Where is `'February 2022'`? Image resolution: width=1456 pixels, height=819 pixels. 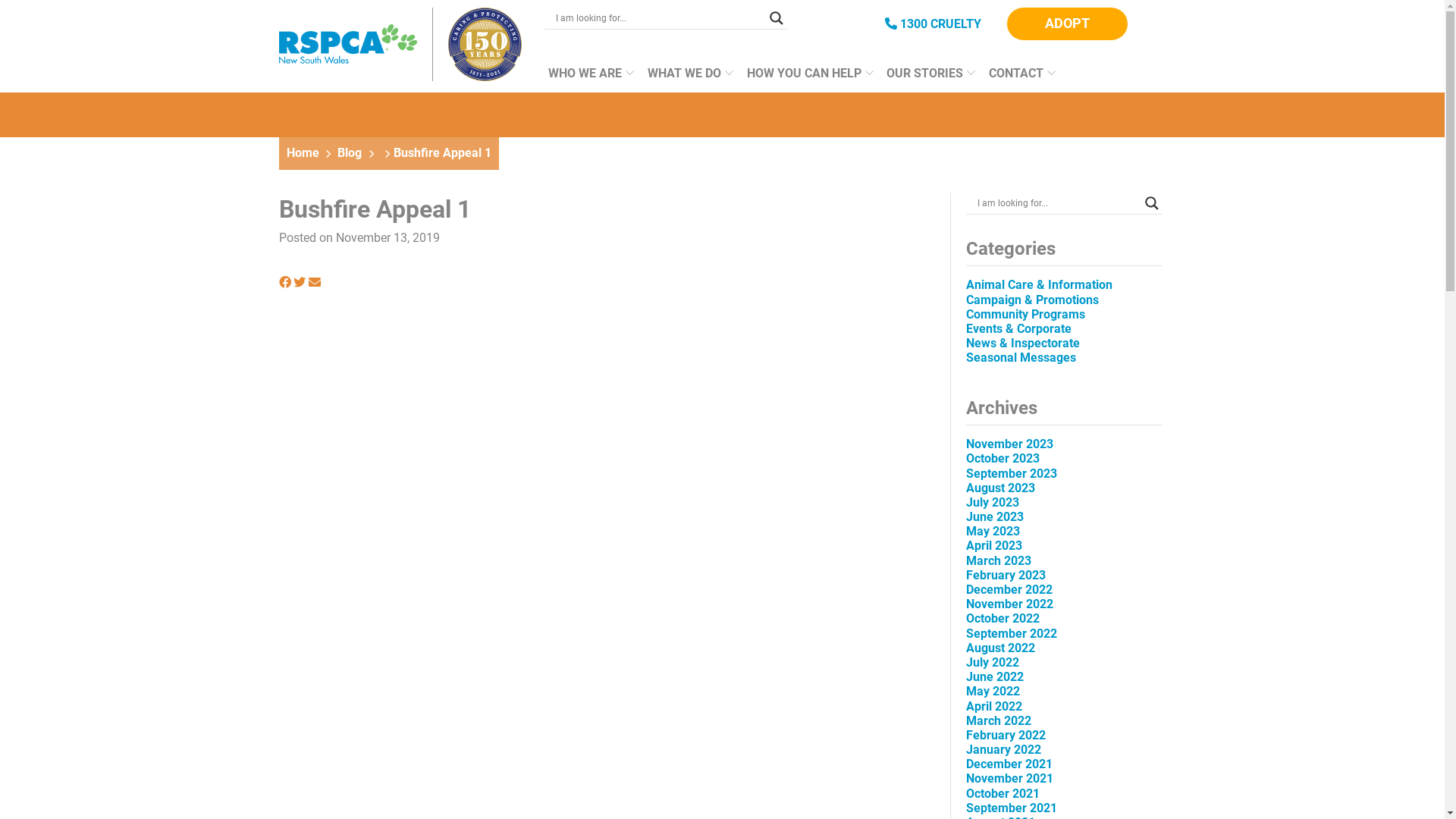 'February 2022' is located at coordinates (1006, 734).